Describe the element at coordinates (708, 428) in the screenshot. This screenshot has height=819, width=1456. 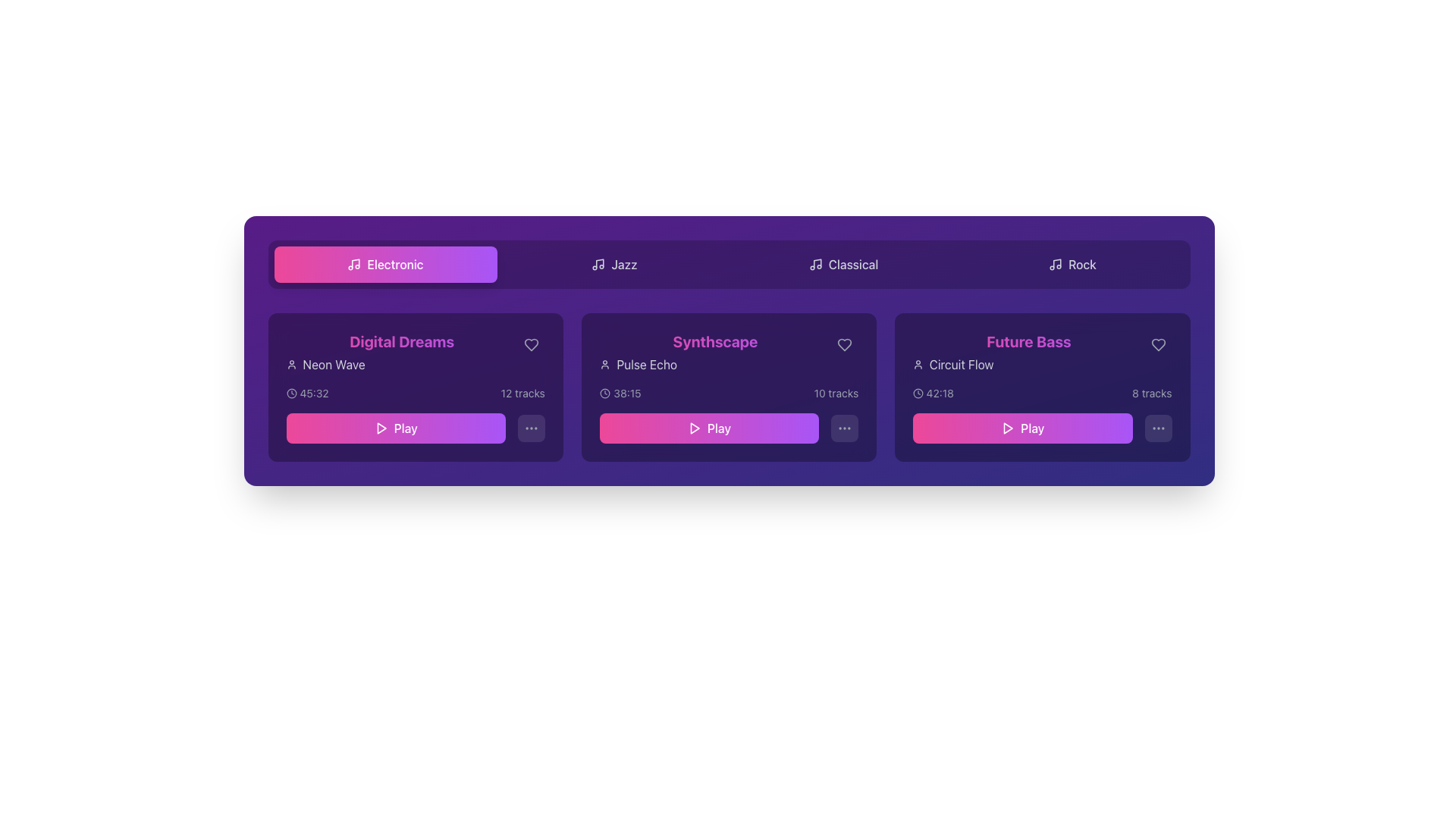
I see `the 'Play' button located at the bottom center of the 'Synthscape' panel, which features a pink to purple gradient background and a play icon with white text` at that location.